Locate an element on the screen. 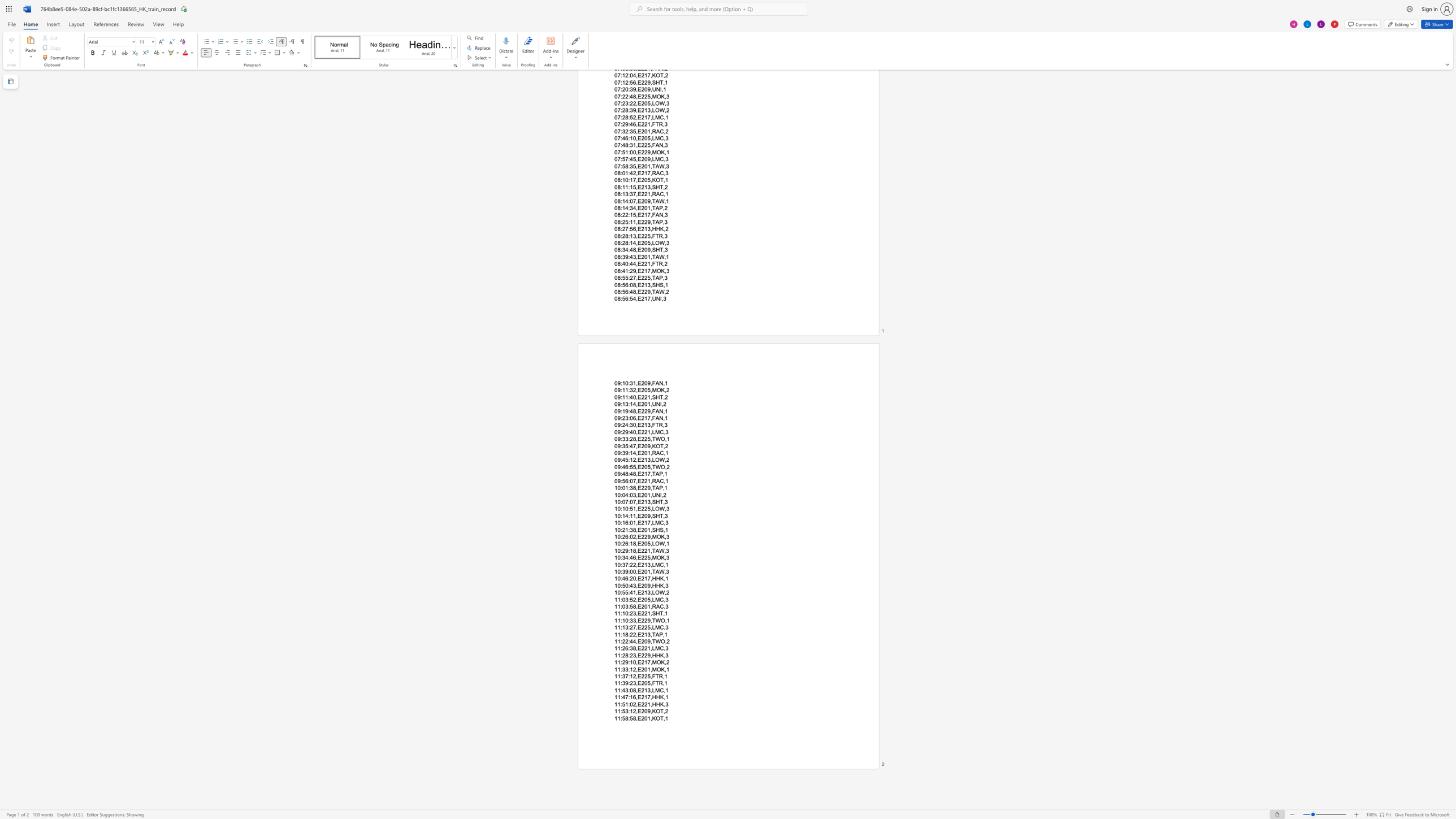 The image size is (1456, 819). the subset text "205," within the text "11:39:23,E205,FTR,1" is located at coordinates (640, 683).